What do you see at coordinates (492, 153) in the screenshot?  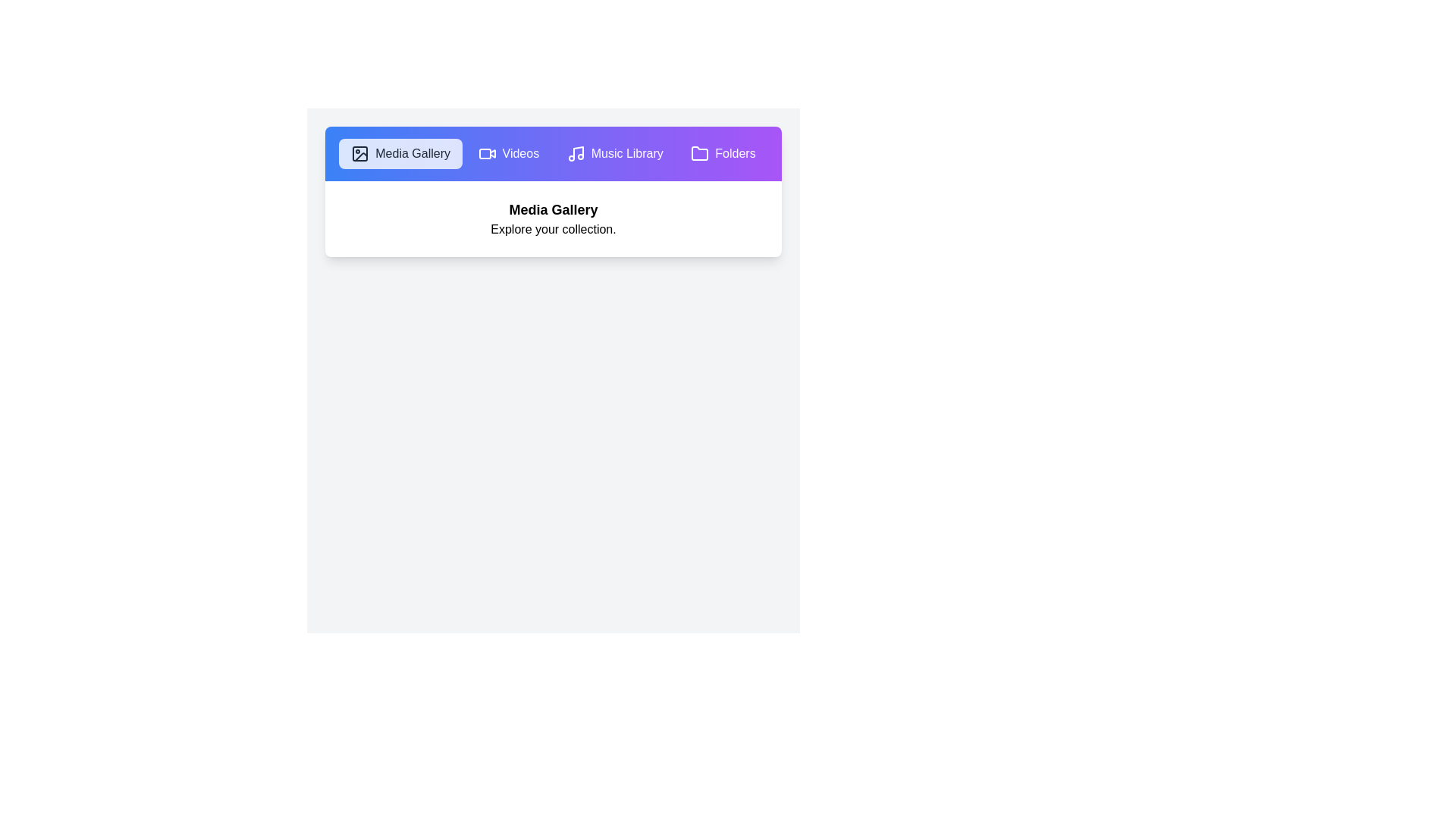 I see `the 'Videos' tab icon in the top navigation bar` at bounding box center [492, 153].